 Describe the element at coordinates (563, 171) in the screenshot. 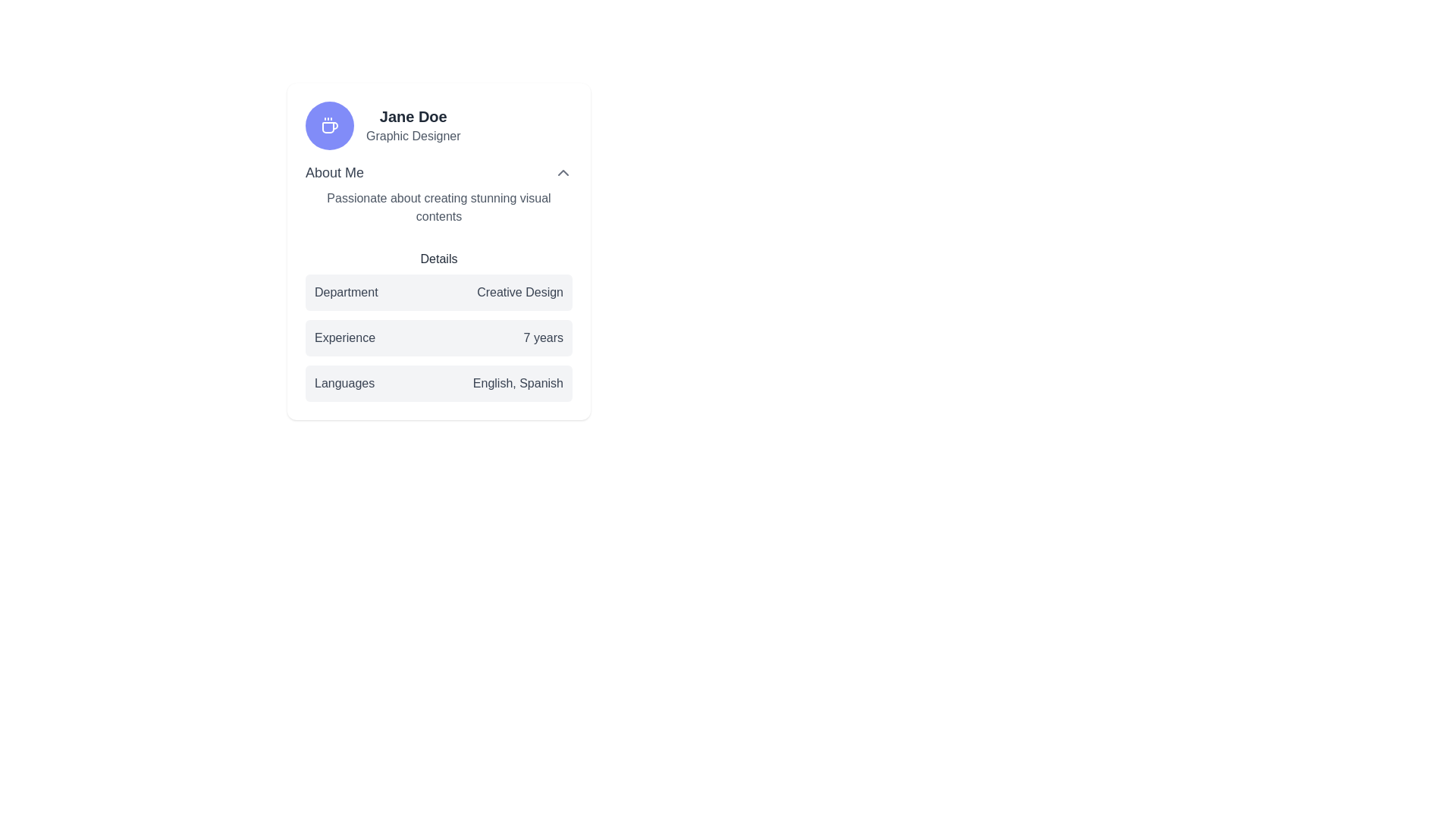

I see `the upward-pointing chevron icon located in the right upper corner of the panel above the 'About Me' text` at that location.